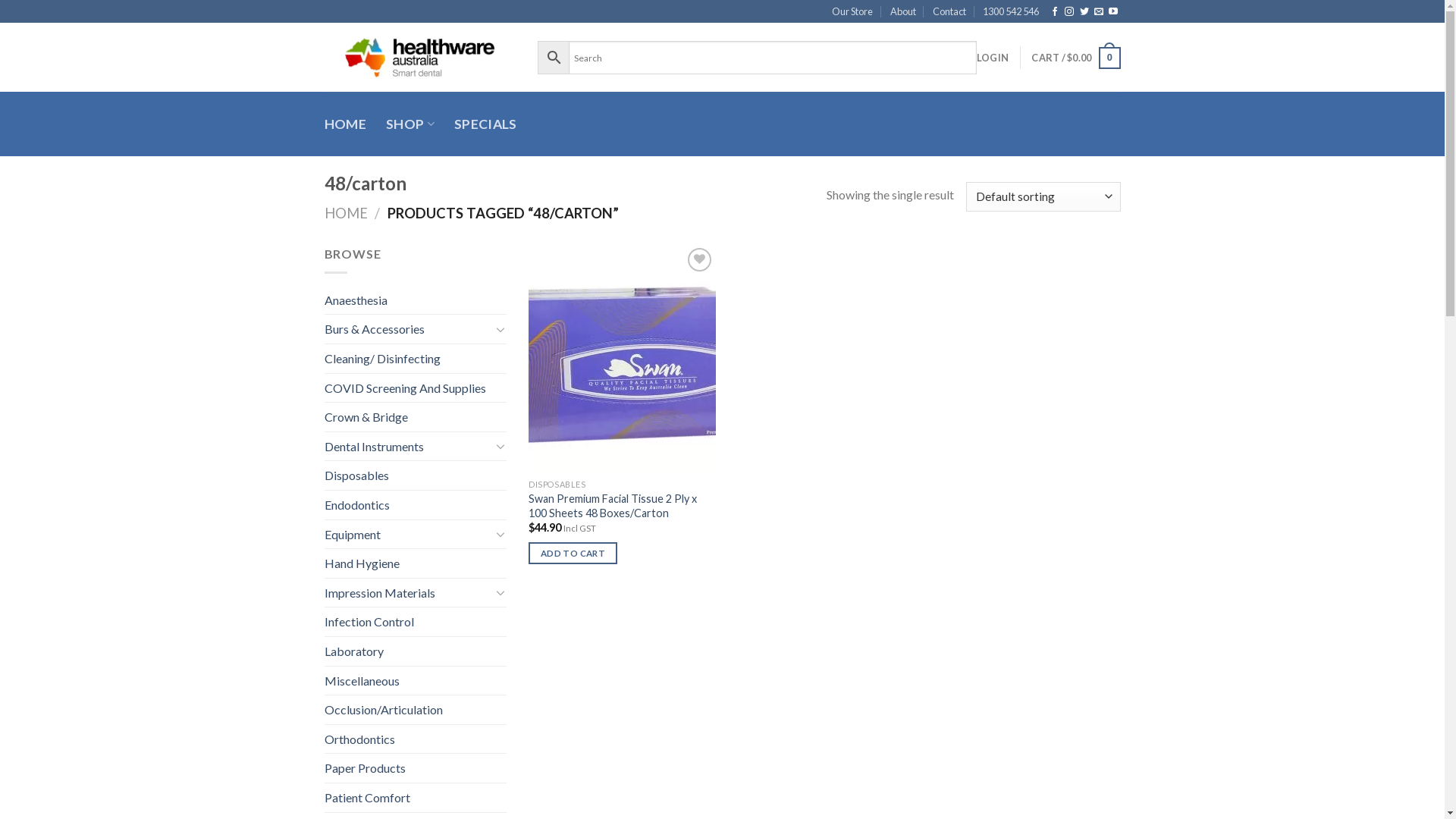 This screenshot has width=1456, height=819. What do you see at coordinates (323, 739) in the screenshot?
I see `'Orthodontics'` at bounding box center [323, 739].